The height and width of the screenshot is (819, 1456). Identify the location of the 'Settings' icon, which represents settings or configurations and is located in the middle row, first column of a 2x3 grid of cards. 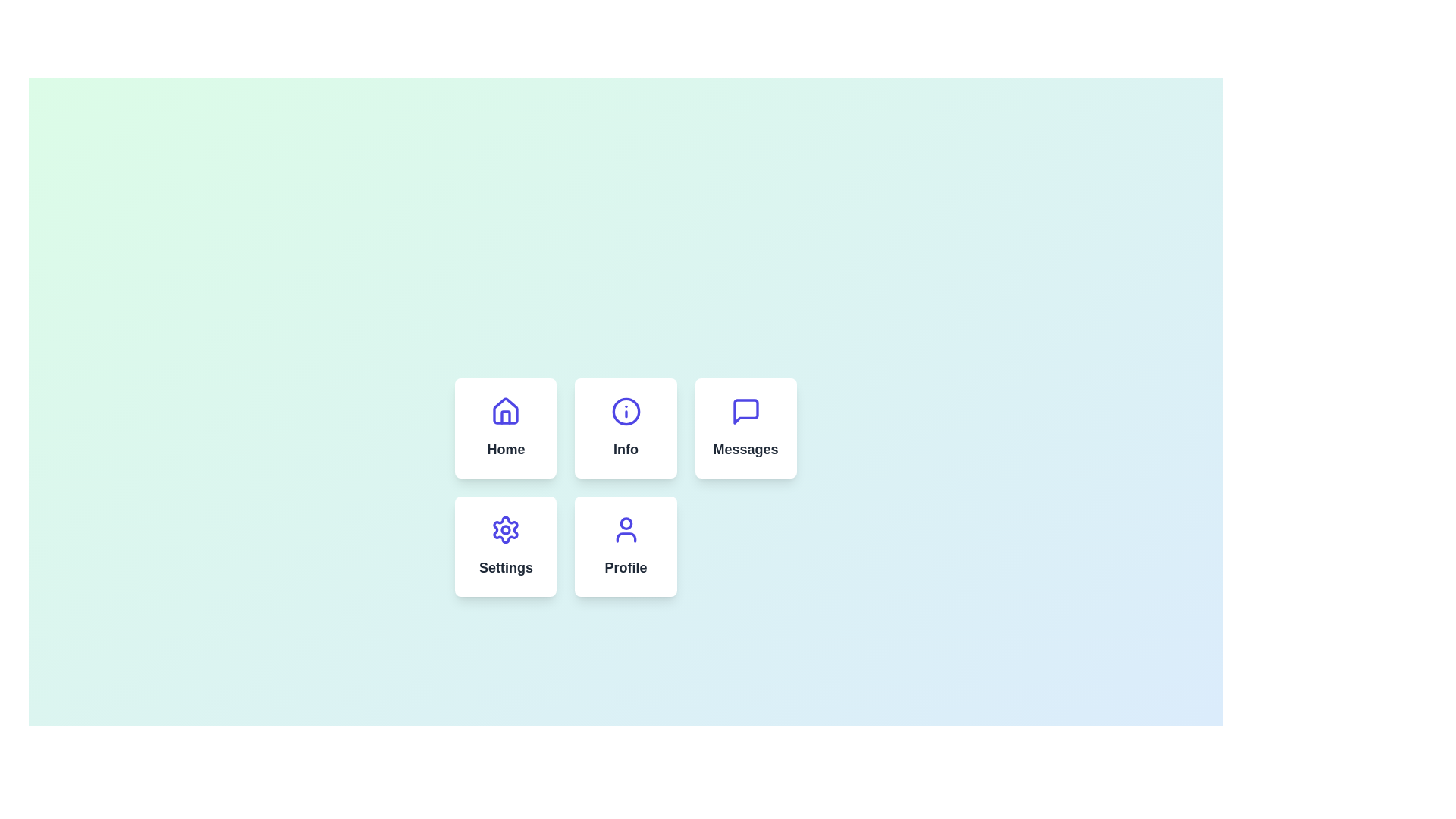
(506, 529).